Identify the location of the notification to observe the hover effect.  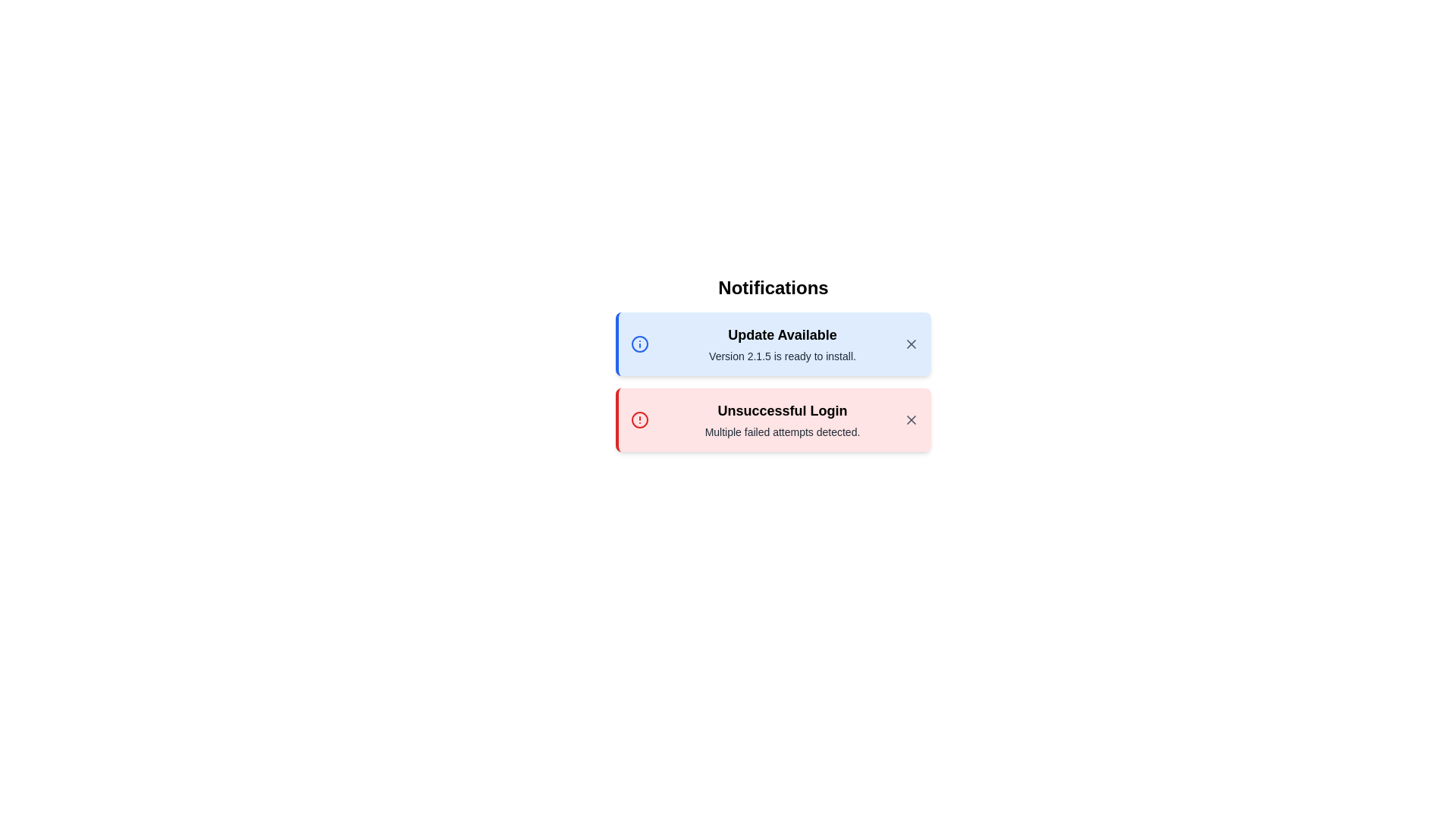
(773, 344).